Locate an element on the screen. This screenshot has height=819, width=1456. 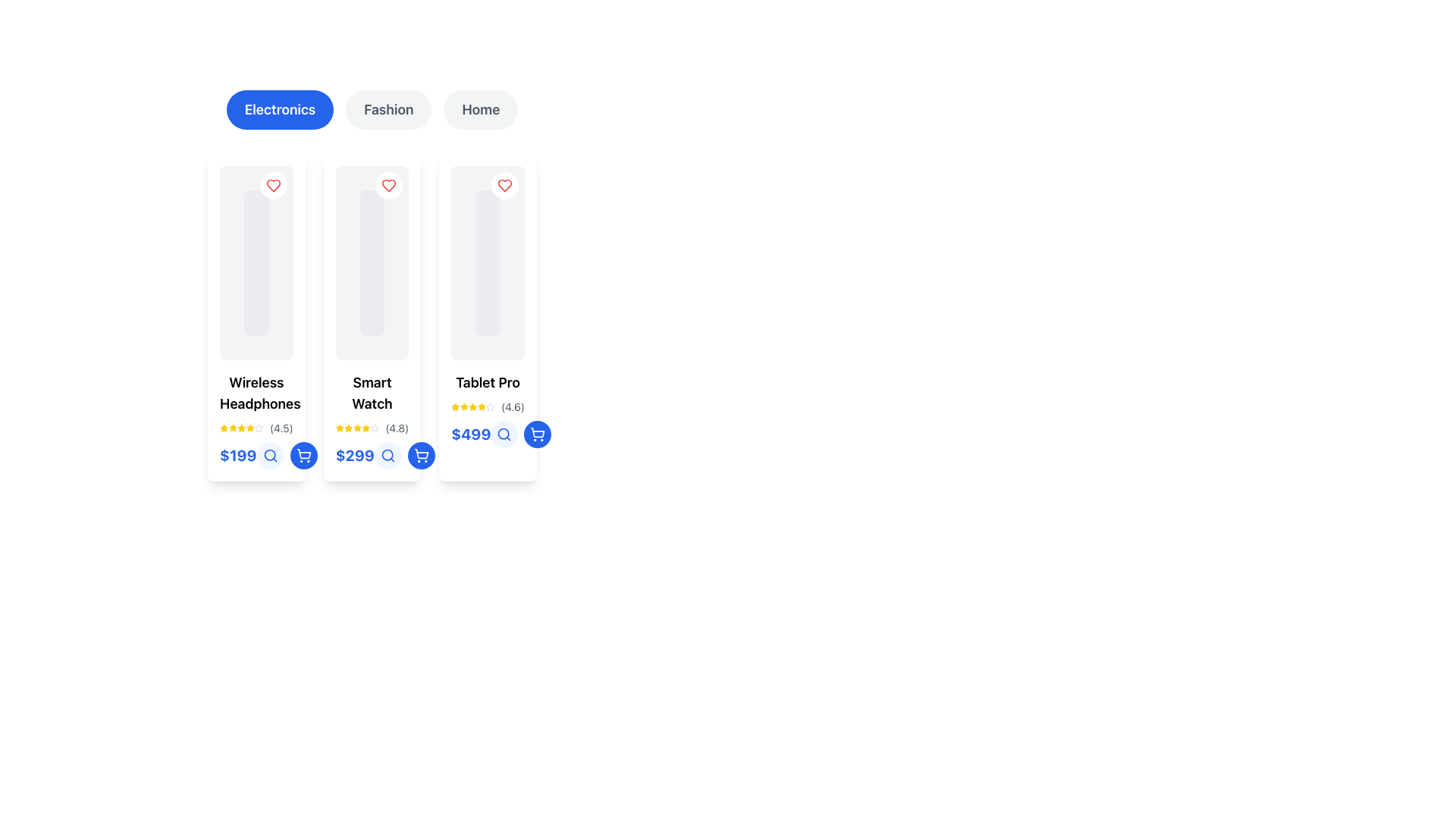
the red heart-shaped icon within the circular button located at the top-right corner of the 'Tablet Pro' product card is located at coordinates (505, 185).